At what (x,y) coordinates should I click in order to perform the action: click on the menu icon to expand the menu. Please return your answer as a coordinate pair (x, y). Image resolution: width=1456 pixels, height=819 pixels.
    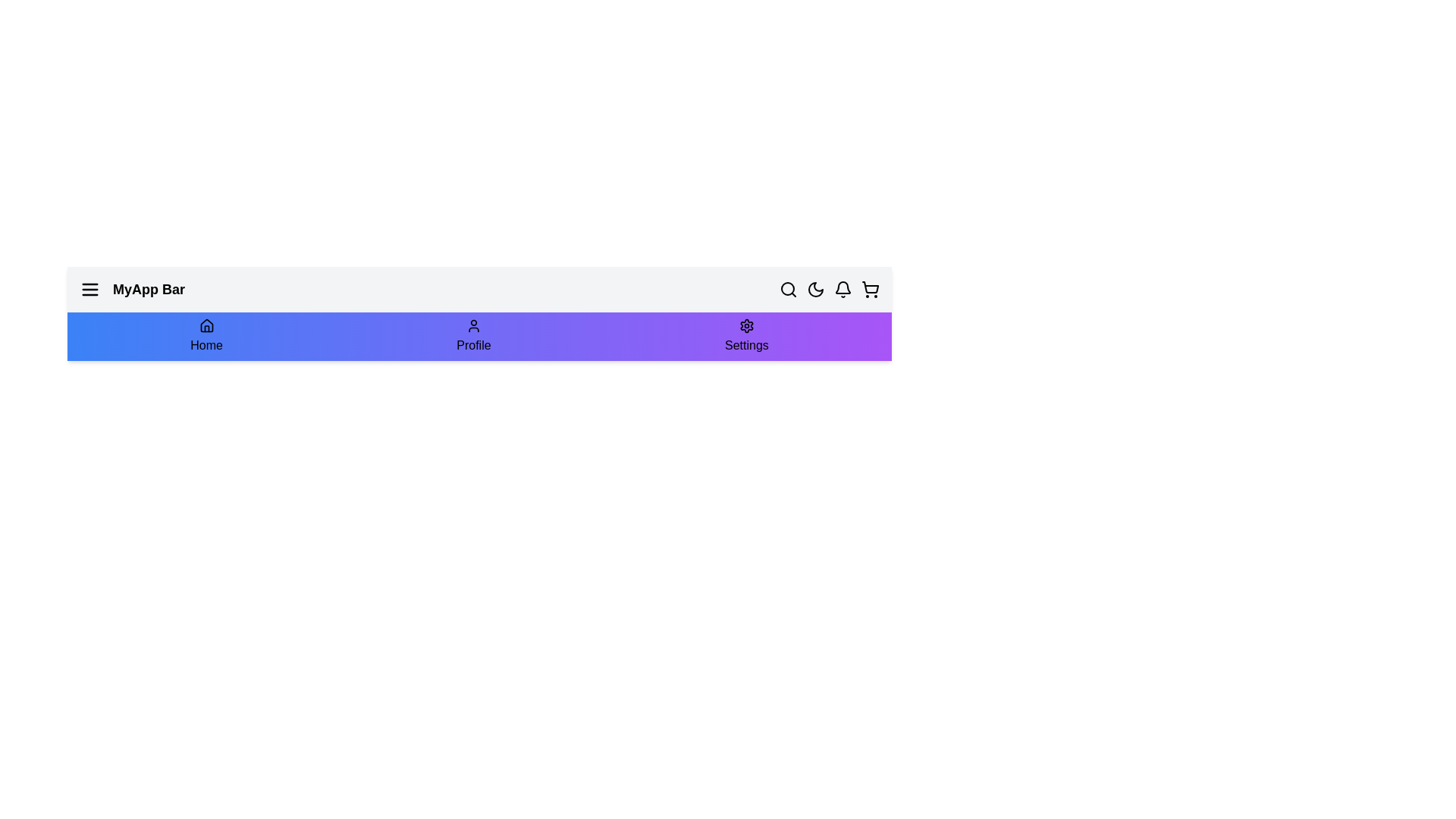
    Looking at the image, I should click on (89, 289).